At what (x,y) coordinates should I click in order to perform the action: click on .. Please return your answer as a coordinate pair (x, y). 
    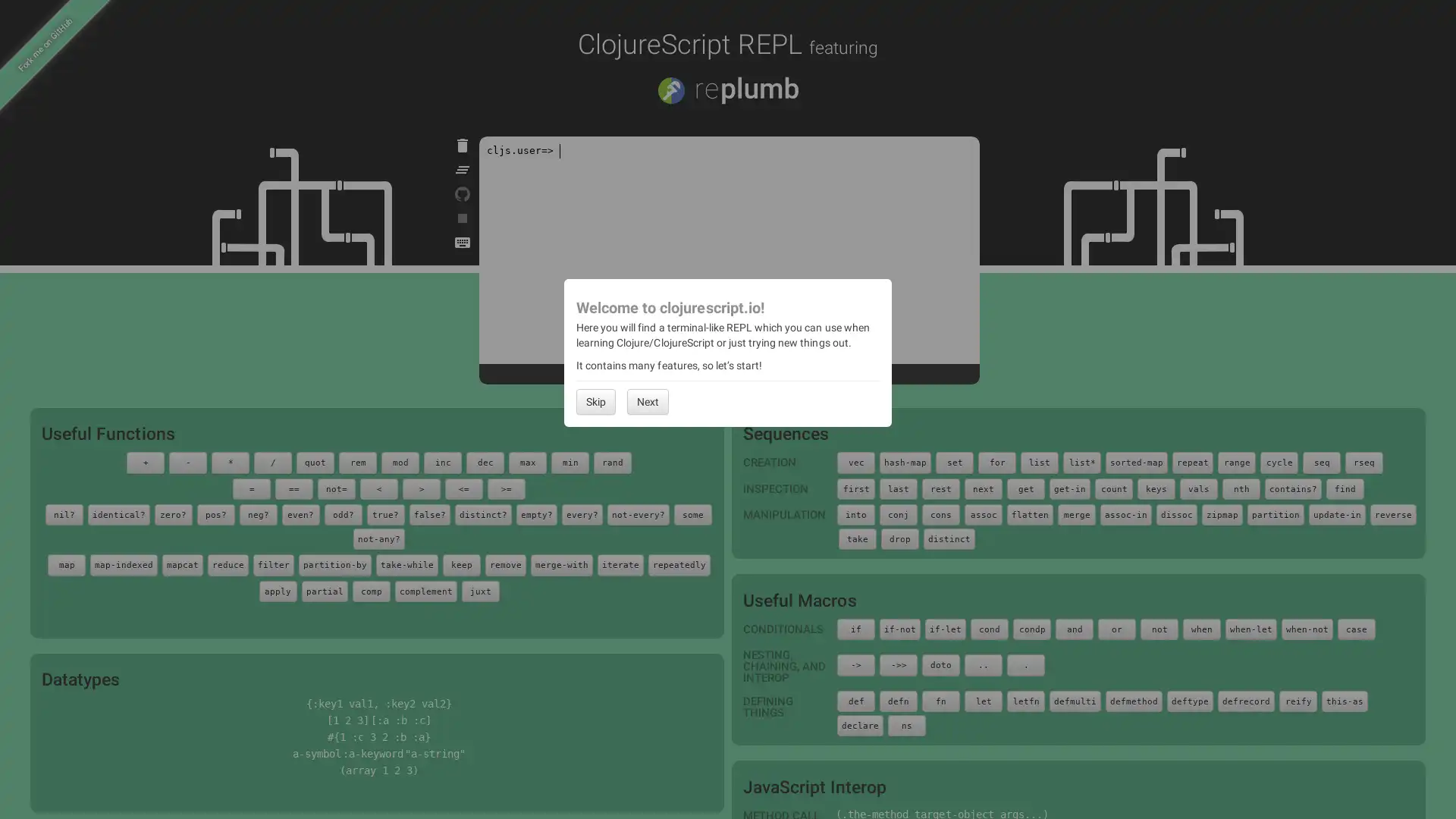
    Looking at the image, I should click on (1026, 664).